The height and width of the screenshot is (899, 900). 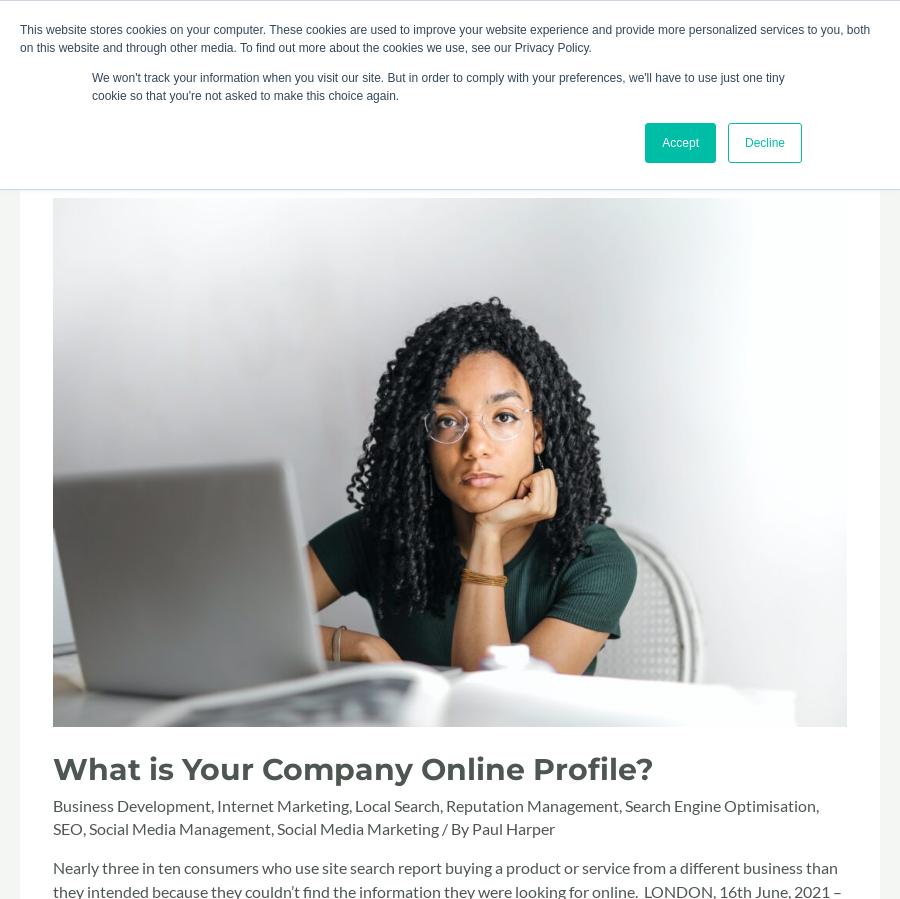 I want to click on 'We won't track your information when you visit our site. But in order to comply with your preferences, we'll have to use just one tiny cookie so that you're not asked to make this choice again.', so click(x=438, y=86).